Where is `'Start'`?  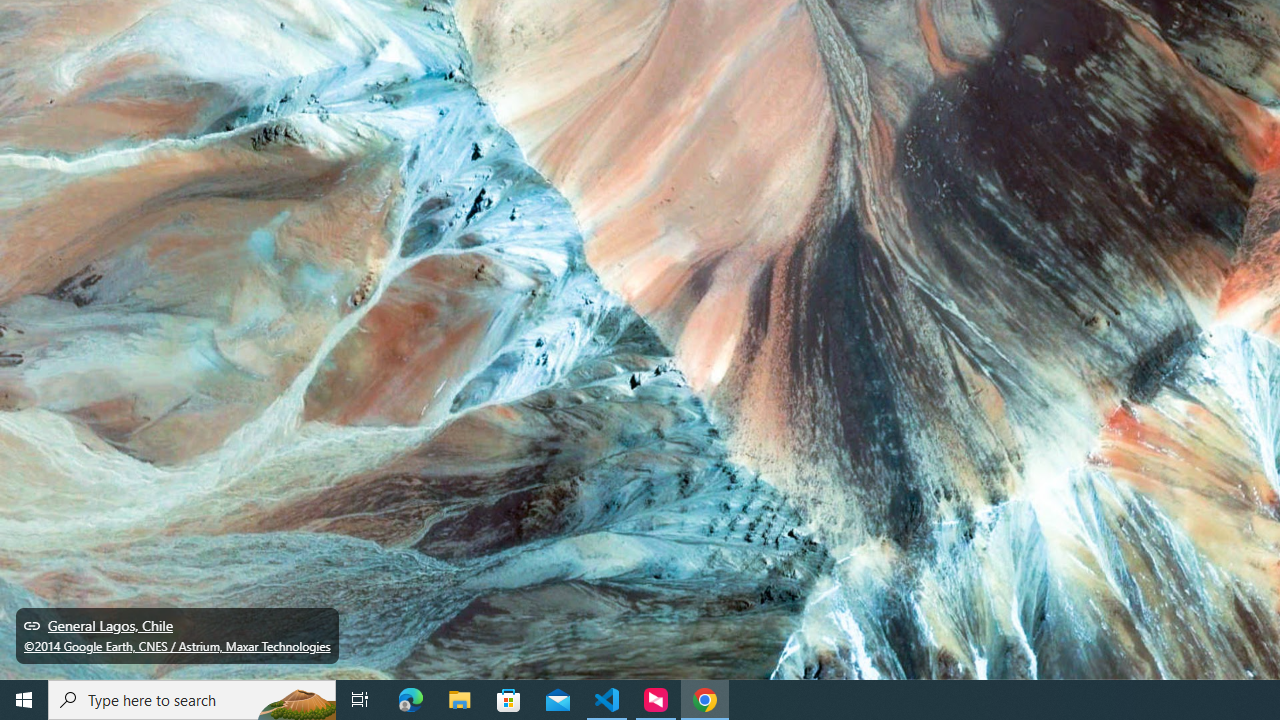 'Start' is located at coordinates (24, 698).